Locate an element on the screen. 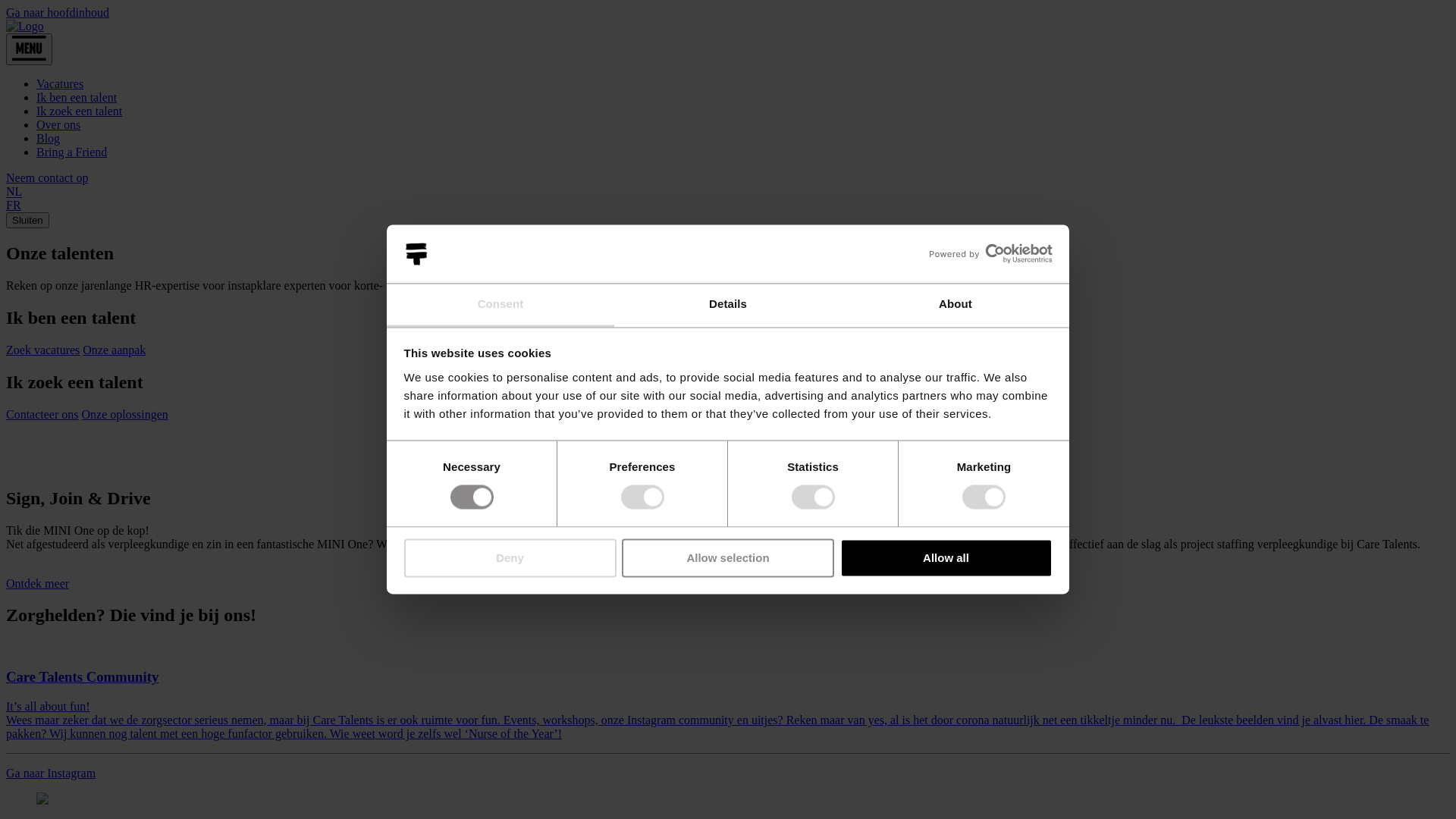 This screenshot has width=1456, height=819. 'Deny' is located at coordinates (403, 557).